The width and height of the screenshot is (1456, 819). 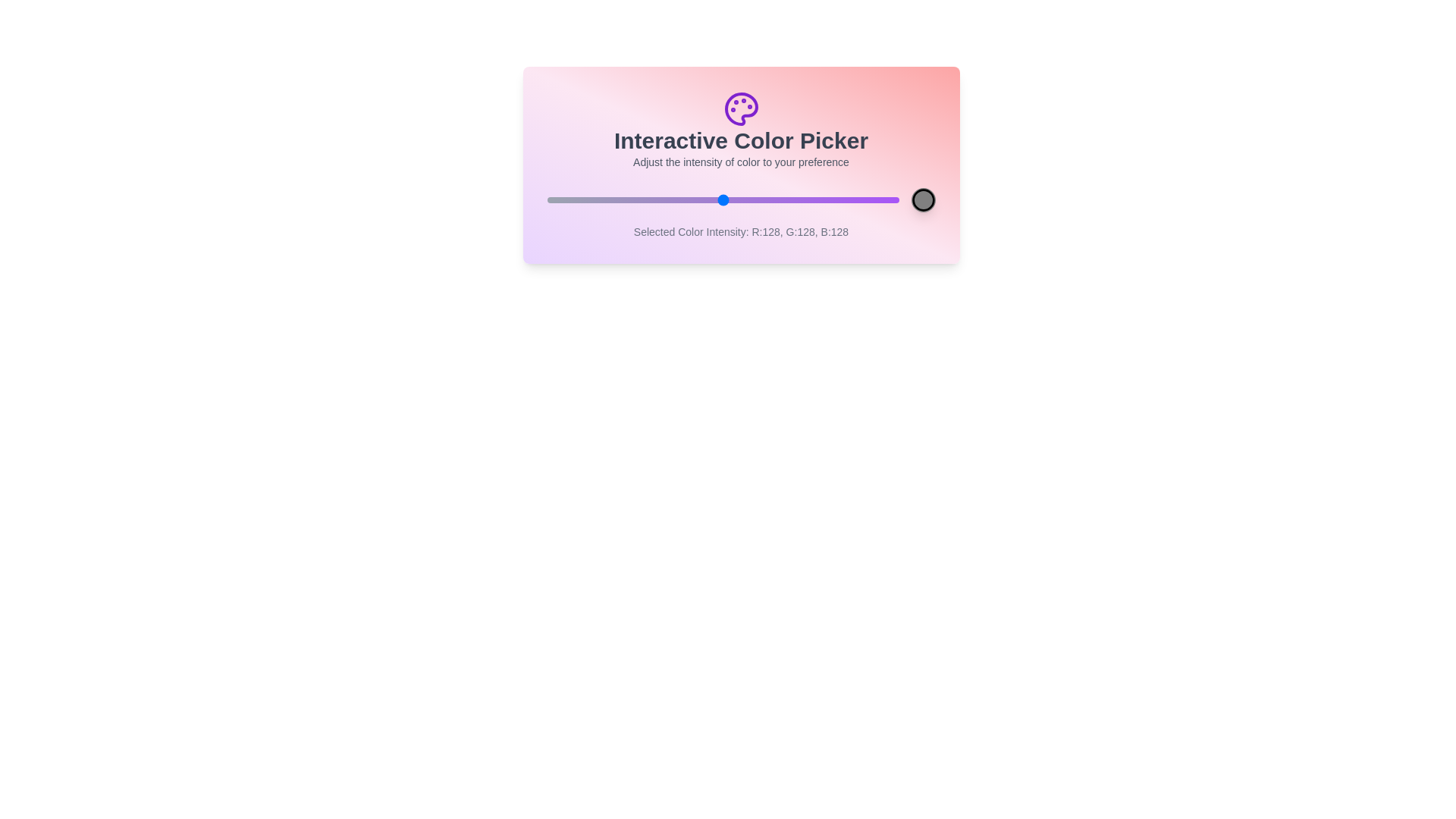 I want to click on the slider to set the color intensity to 124, so click(x=717, y=199).